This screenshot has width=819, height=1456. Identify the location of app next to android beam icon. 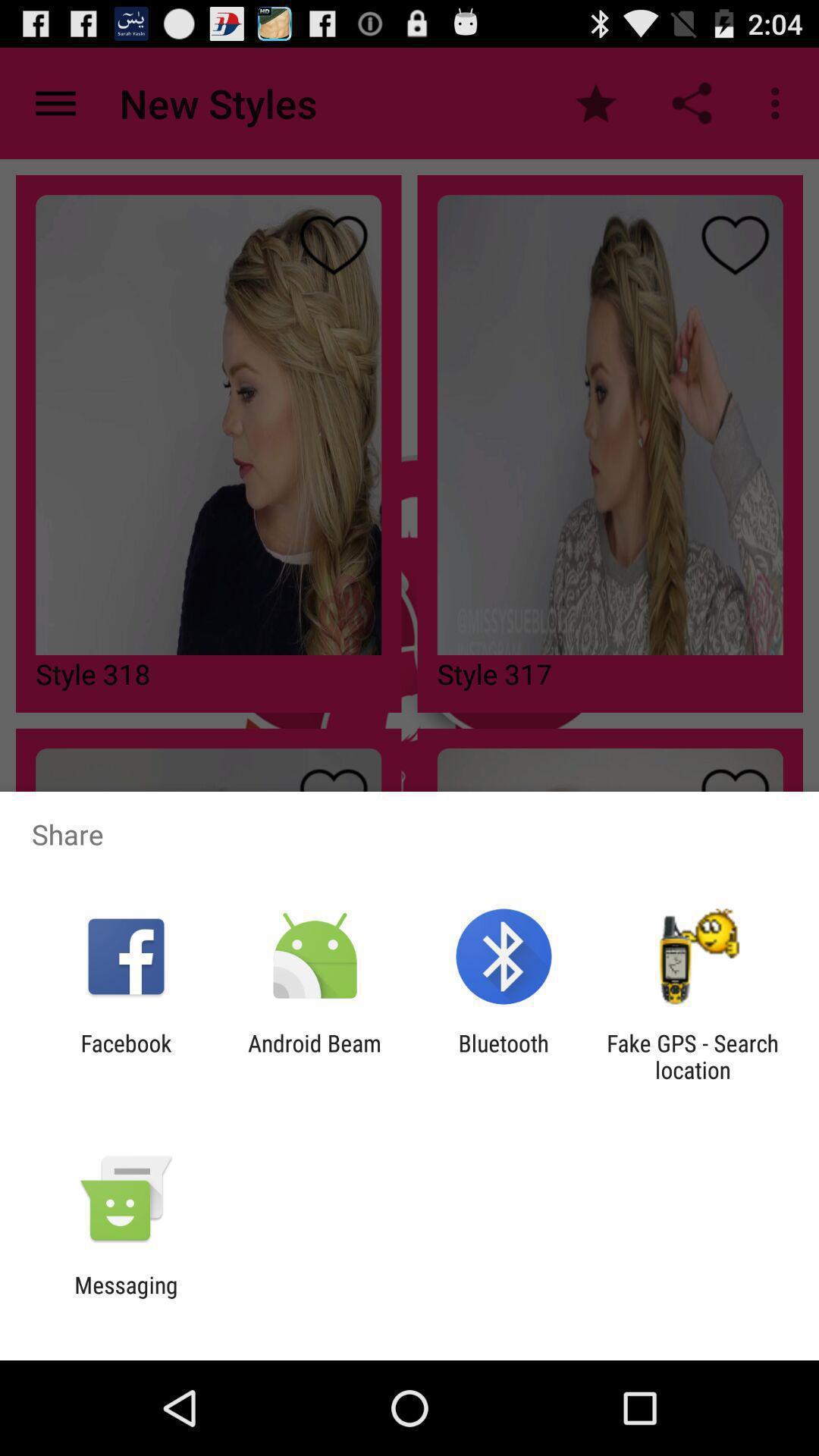
(504, 1056).